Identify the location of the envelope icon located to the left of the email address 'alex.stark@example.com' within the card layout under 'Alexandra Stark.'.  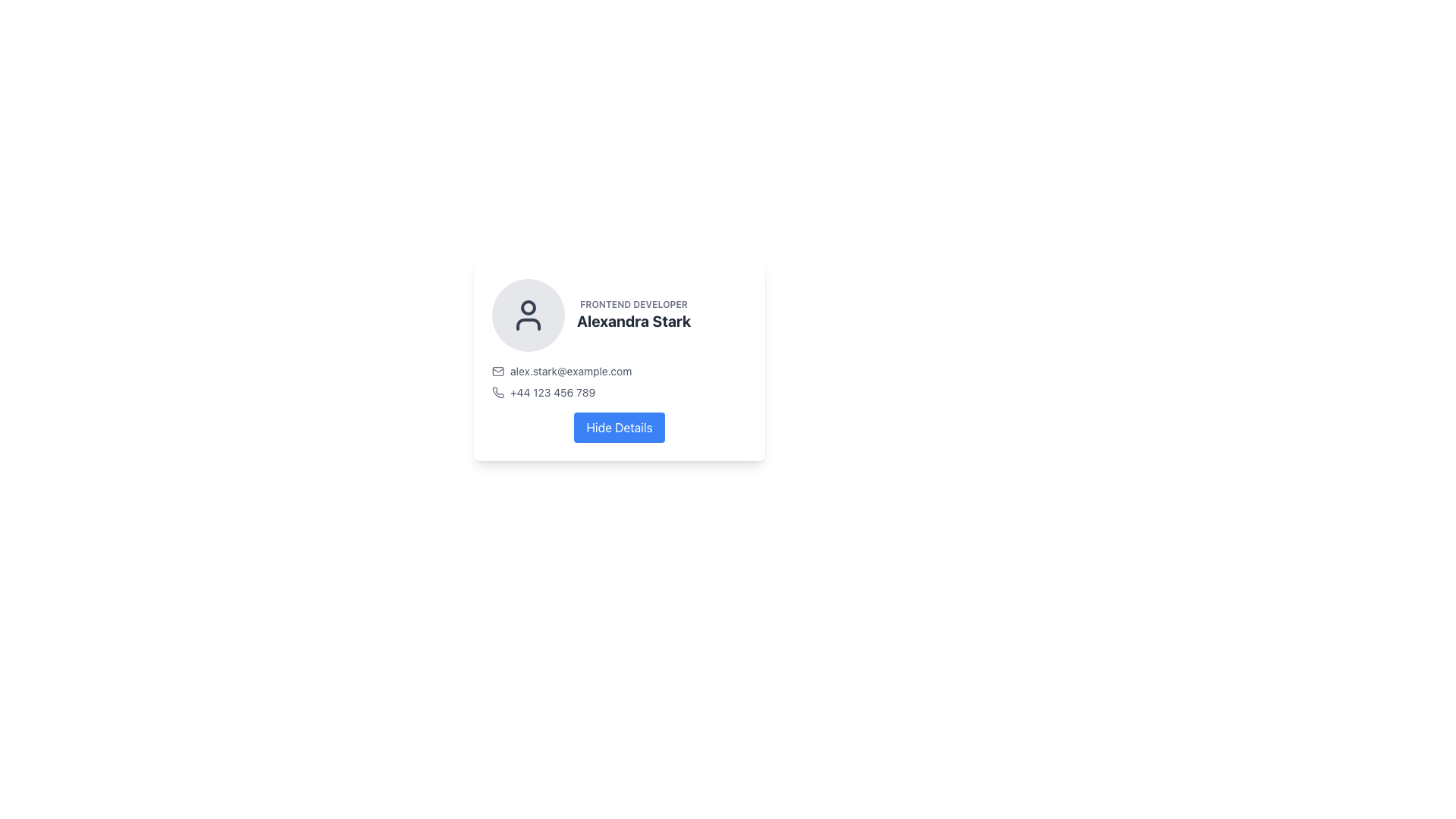
(498, 371).